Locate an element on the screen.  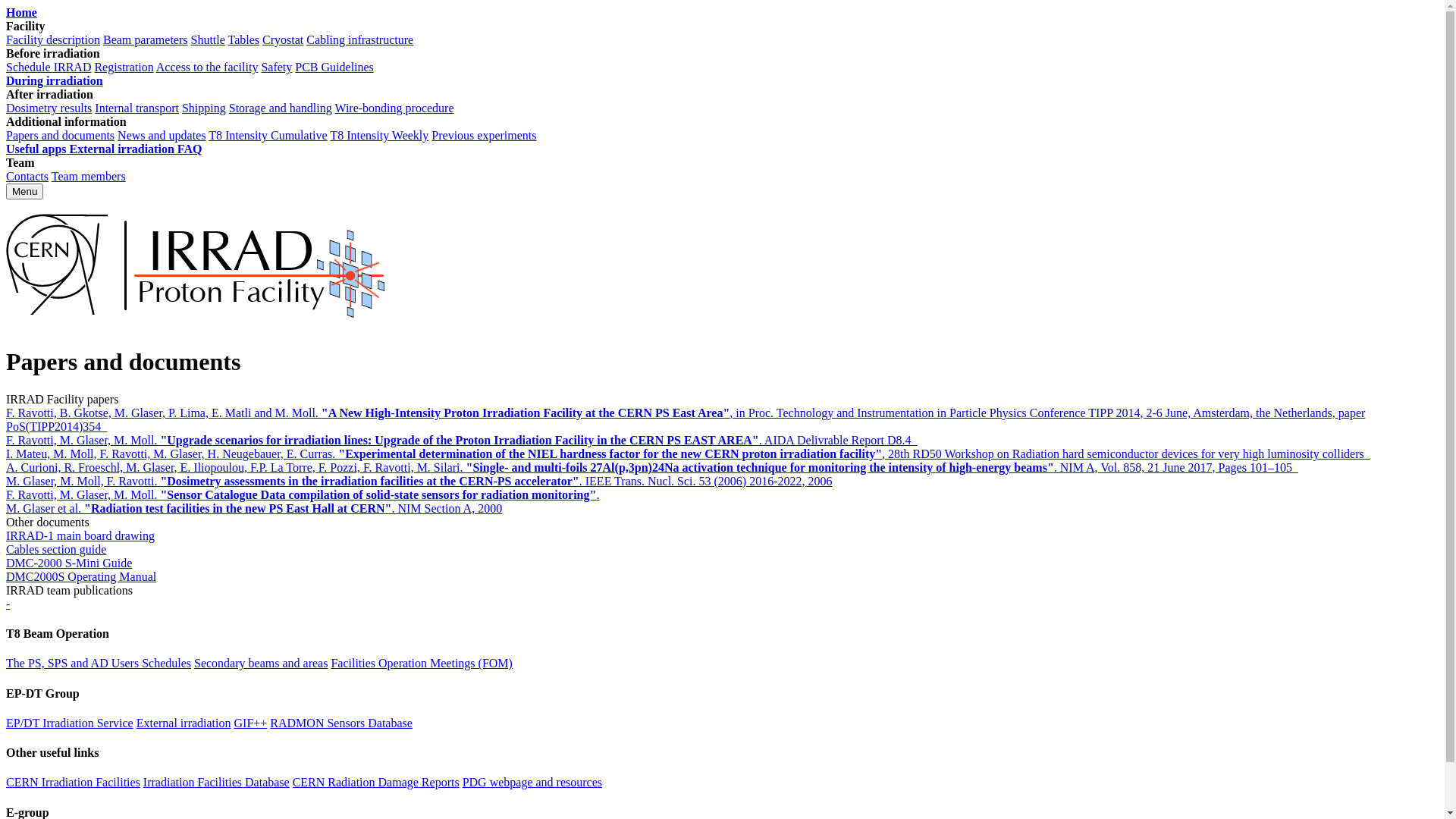
'EP/DT Irradiation Service' is located at coordinates (68, 722).